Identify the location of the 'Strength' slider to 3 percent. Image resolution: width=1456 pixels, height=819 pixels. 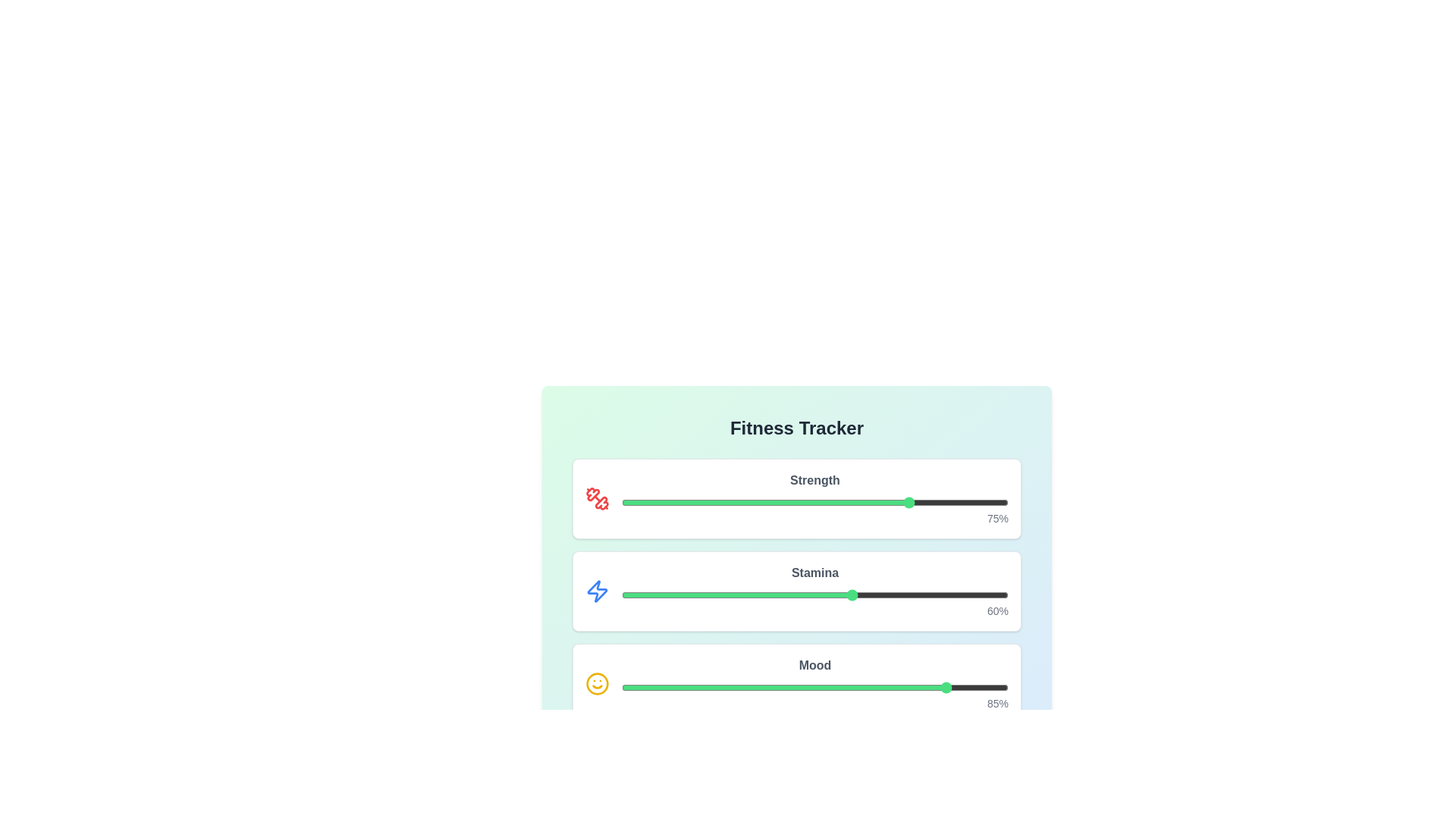
(633, 503).